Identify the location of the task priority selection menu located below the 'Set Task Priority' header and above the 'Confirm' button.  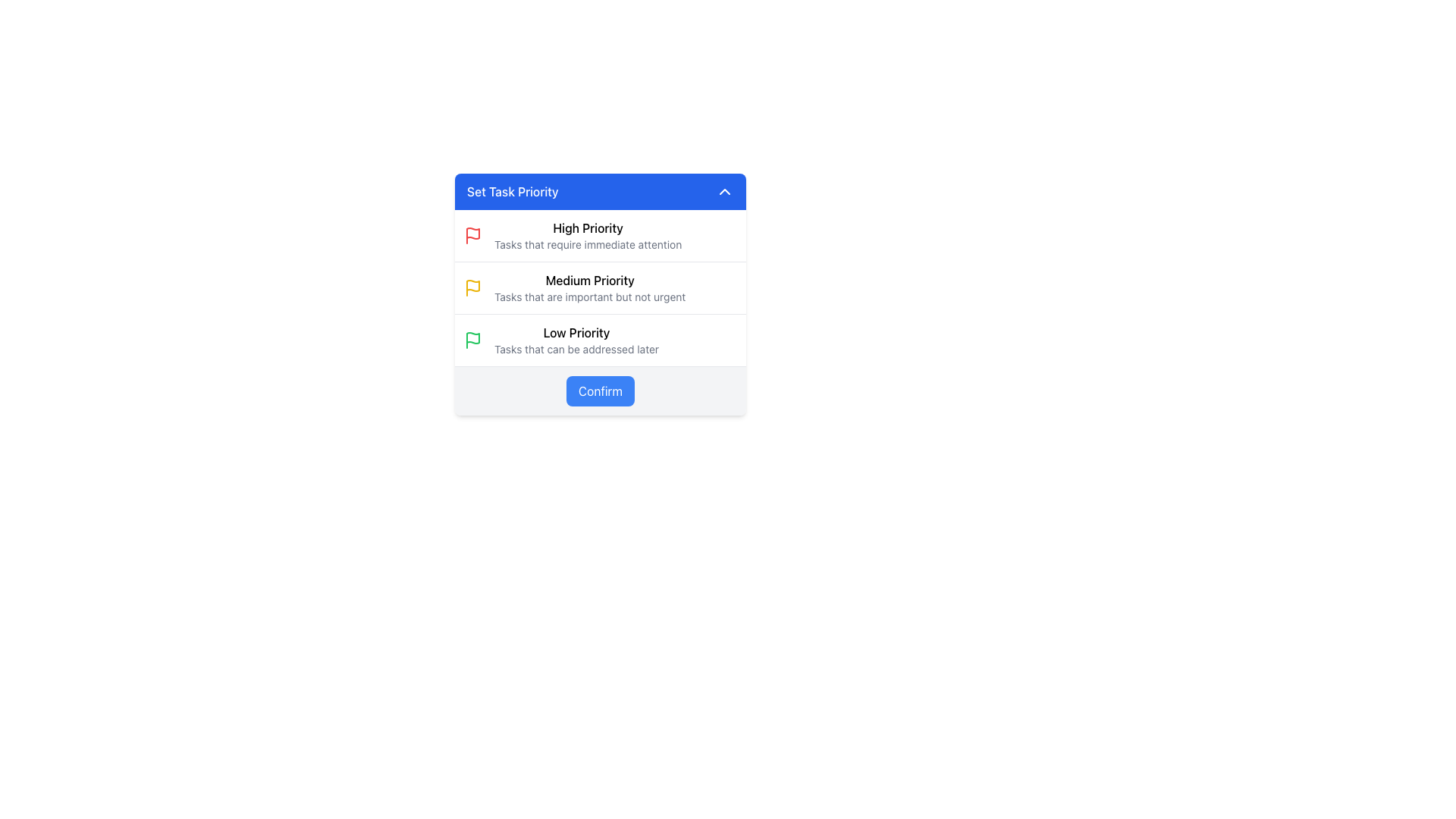
(600, 288).